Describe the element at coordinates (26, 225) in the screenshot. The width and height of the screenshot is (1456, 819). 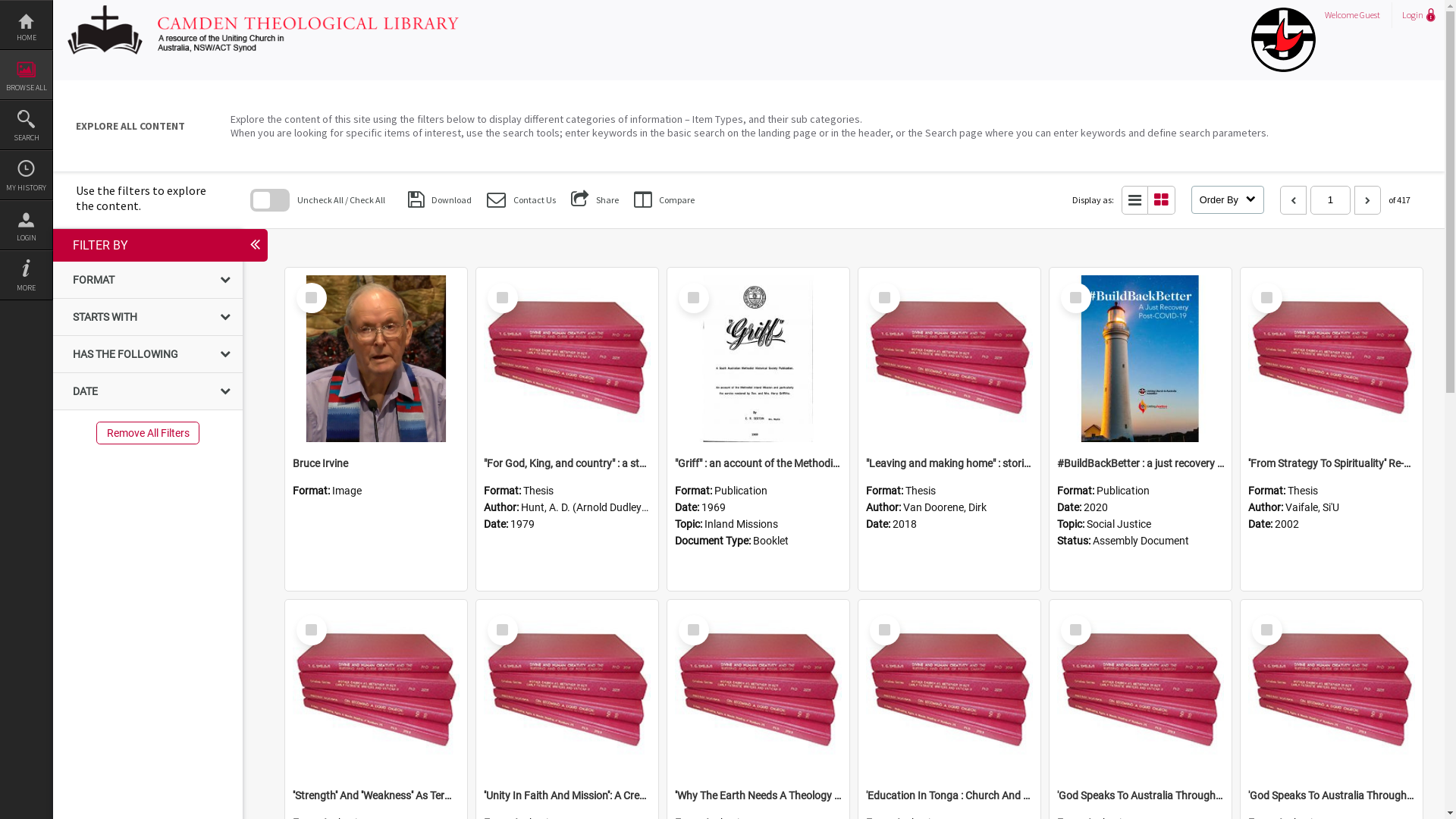
I see `'LOGIN'` at that location.